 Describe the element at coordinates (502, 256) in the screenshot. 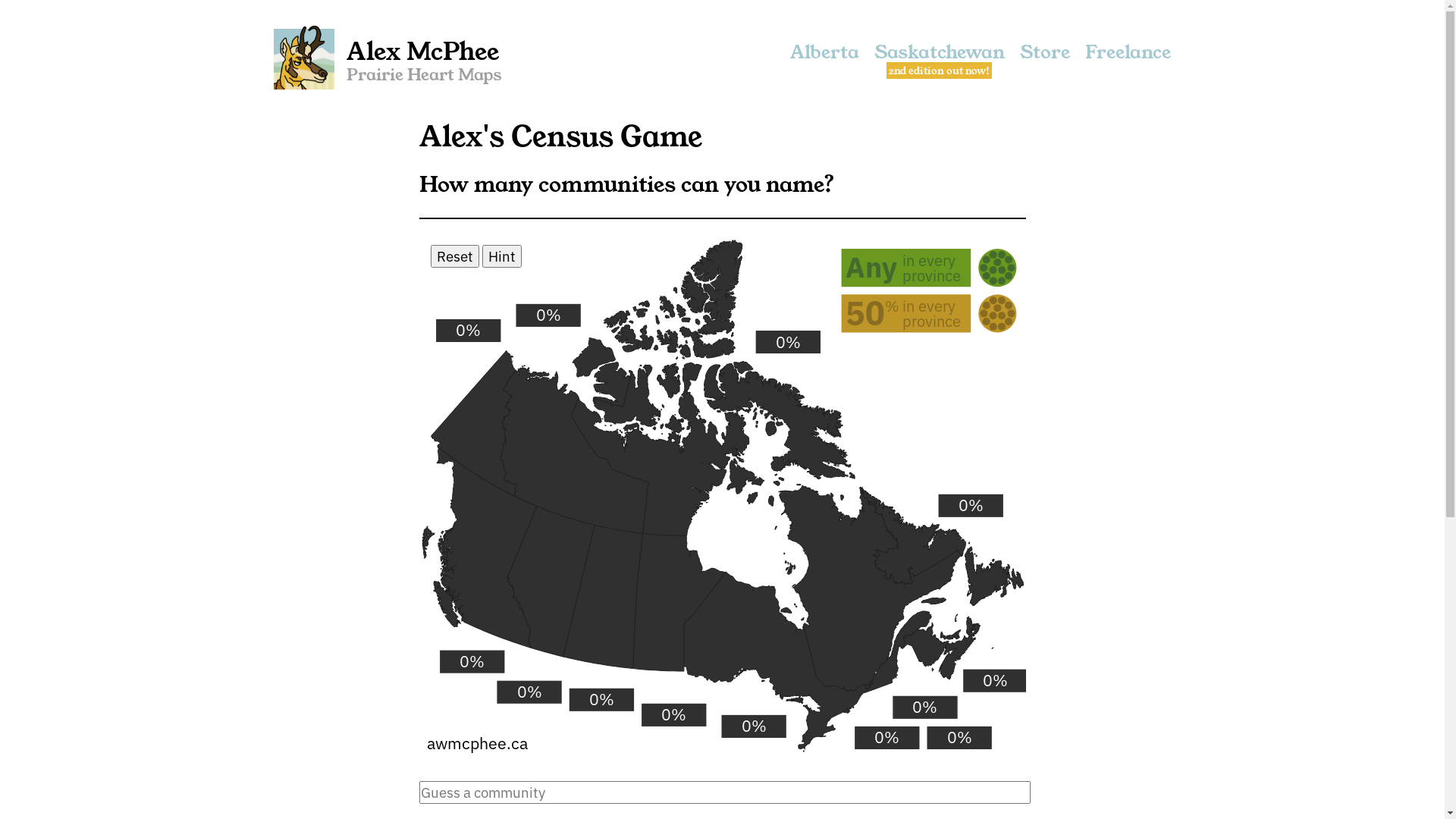

I see `'Hint'` at that location.